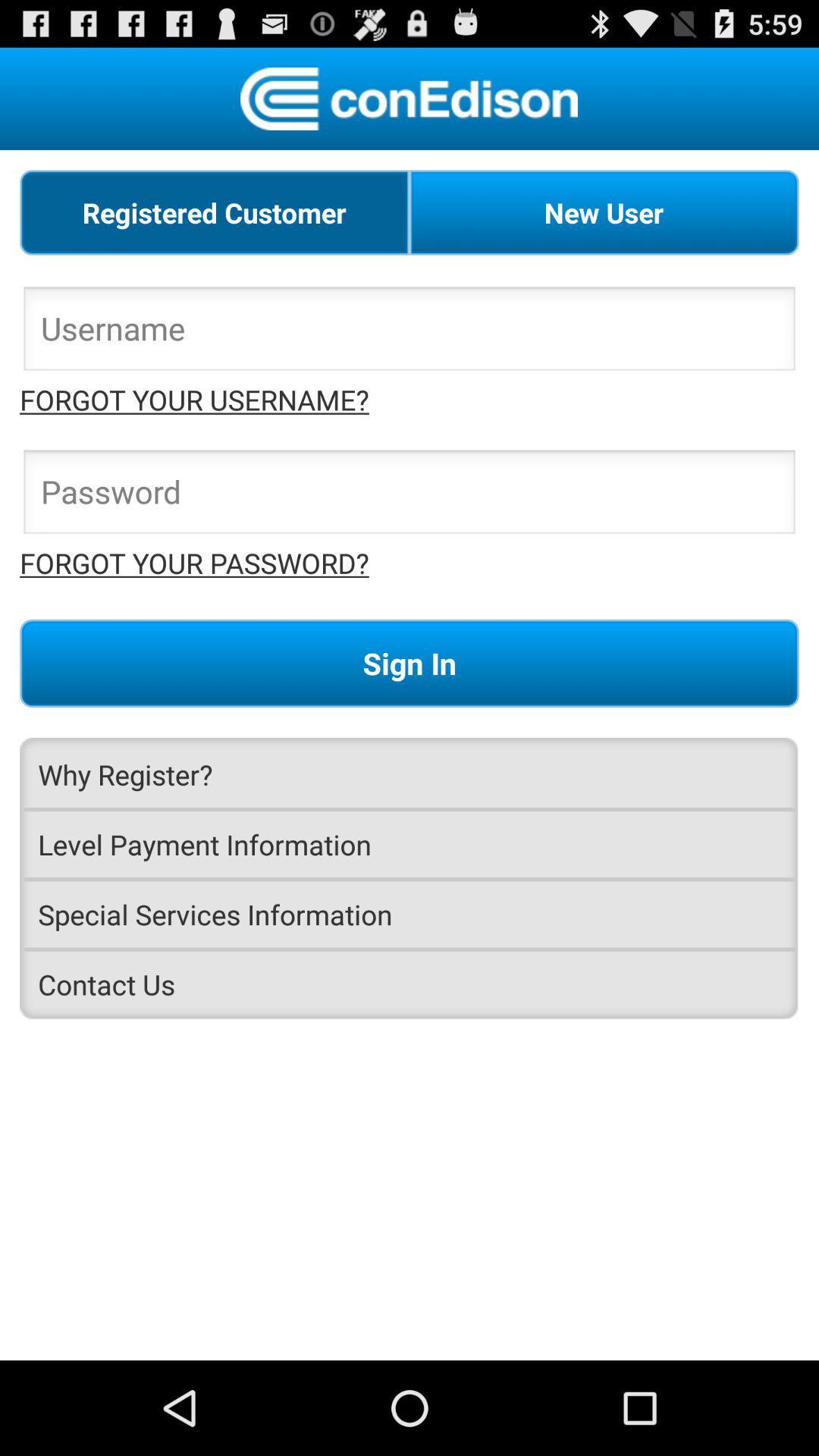 This screenshot has height=1456, width=819. Describe the element at coordinates (215, 212) in the screenshot. I see `registered customer` at that location.